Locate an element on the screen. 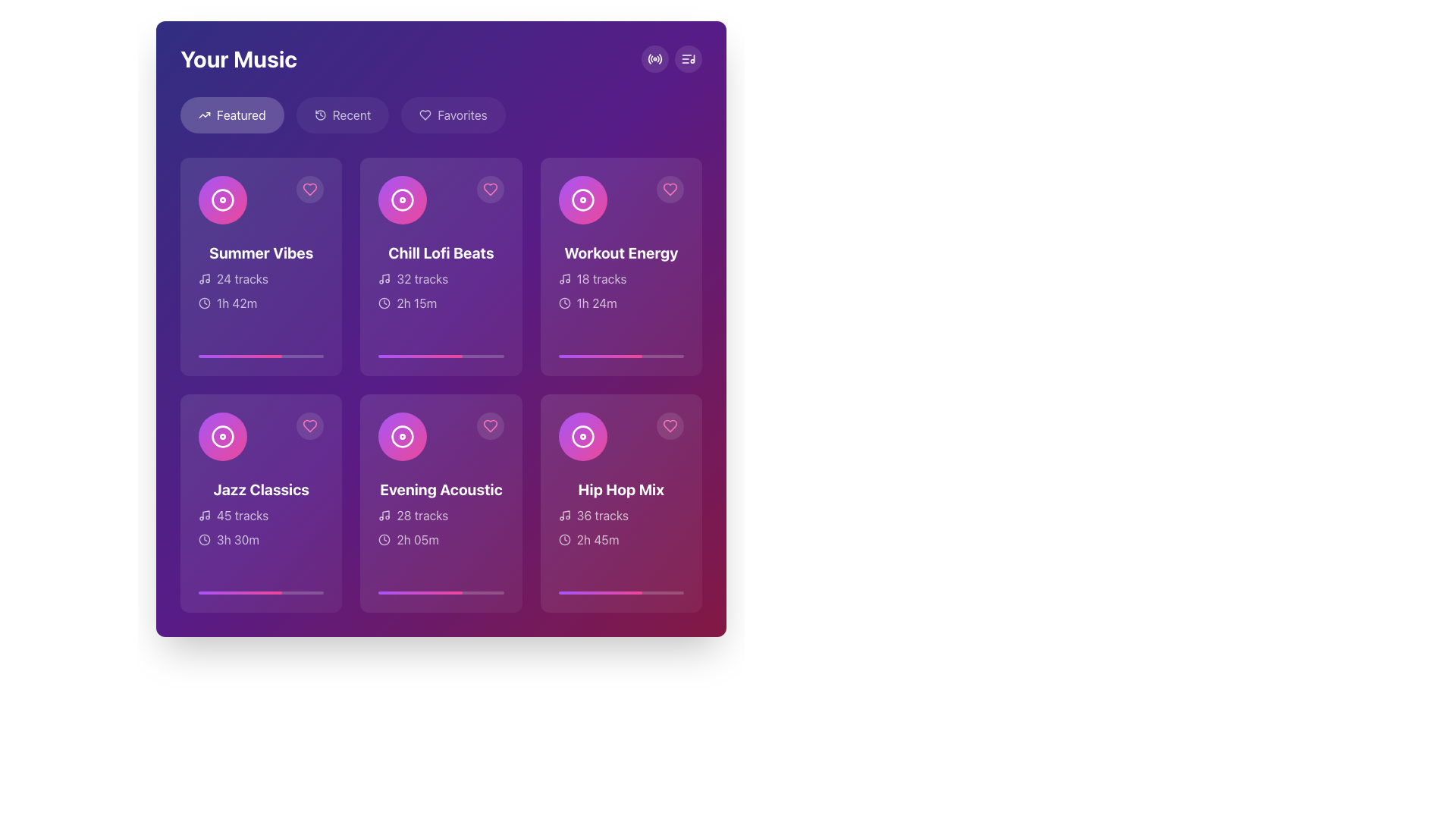 The width and height of the screenshot is (1456, 819). the icon located in the upper-left region of the 'Evening Acoustic' card is located at coordinates (403, 436).